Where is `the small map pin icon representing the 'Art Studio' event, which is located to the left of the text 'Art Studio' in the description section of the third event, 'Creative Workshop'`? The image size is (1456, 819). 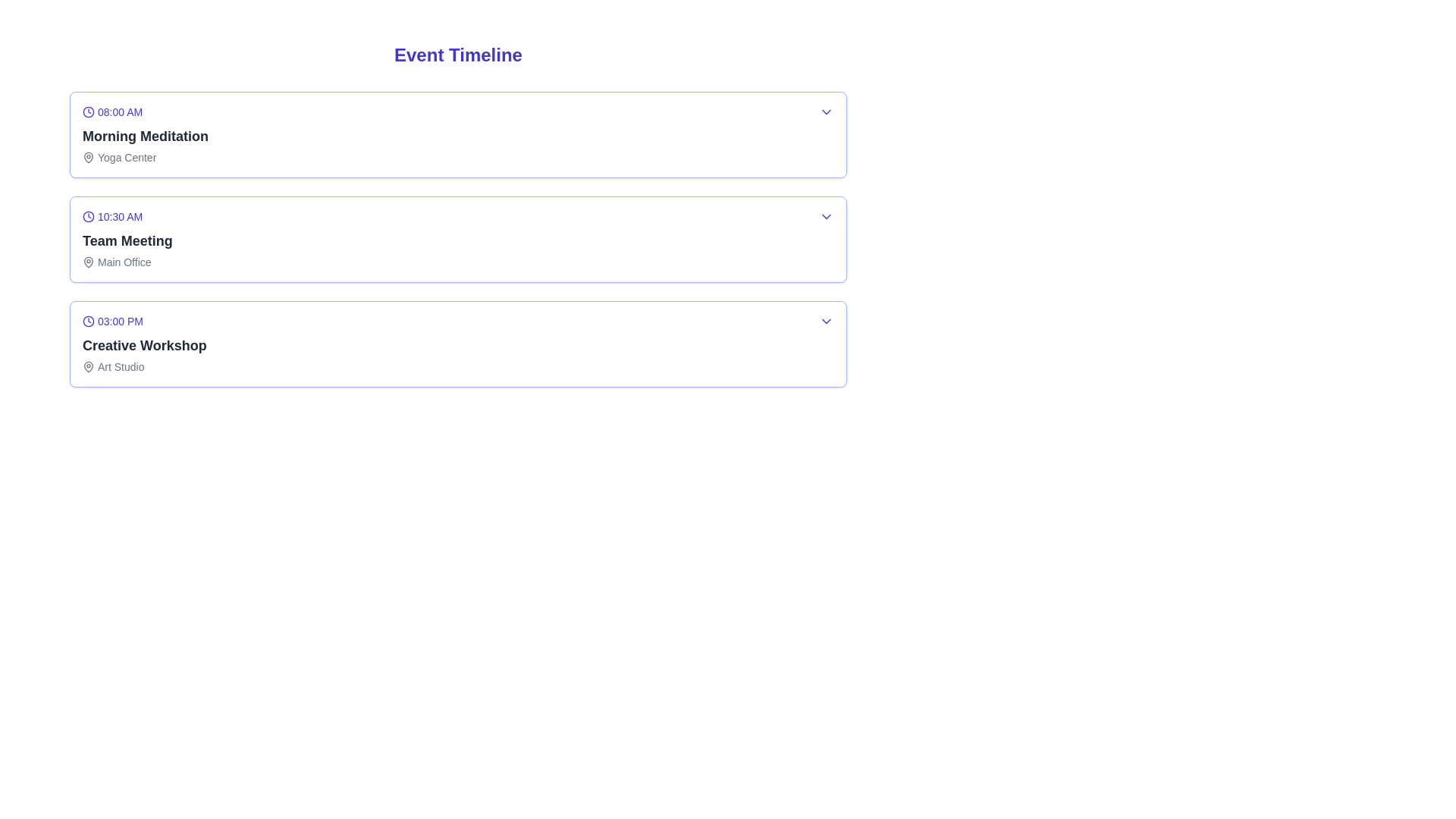
the small map pin icon representing the 'Art Studio' event, which is located to the left of the text 'Art Studio' in the description section of the third event, 'Creative Workshop' is located at coordinates (87, 366).